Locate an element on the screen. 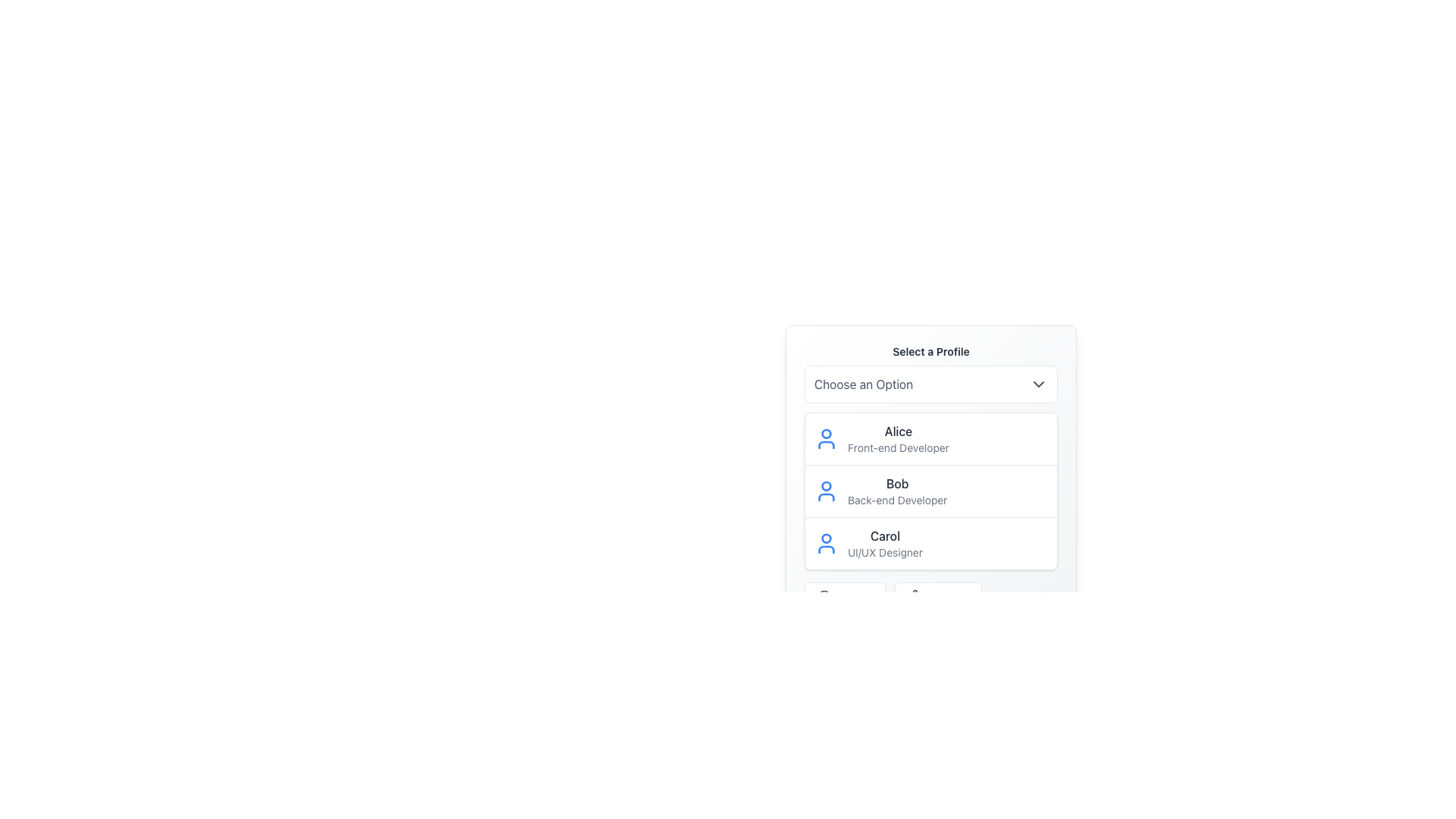 Image resolution: width=1456 pixels, height=819 pixels. the first button in the horizontal group located at the bottom of the profile selection interface is located at coordinates (844, 595).